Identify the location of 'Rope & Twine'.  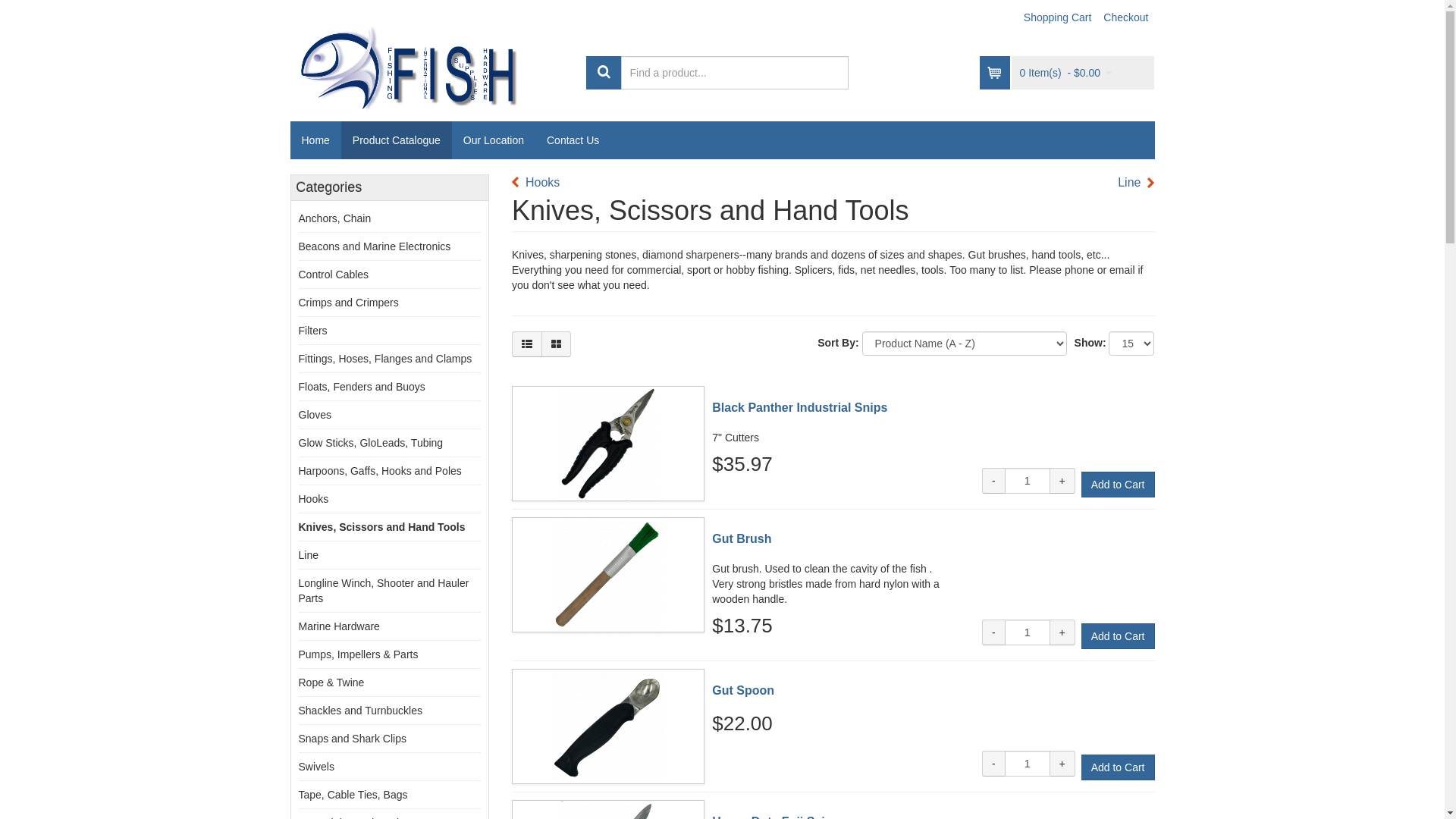
(331, 681).